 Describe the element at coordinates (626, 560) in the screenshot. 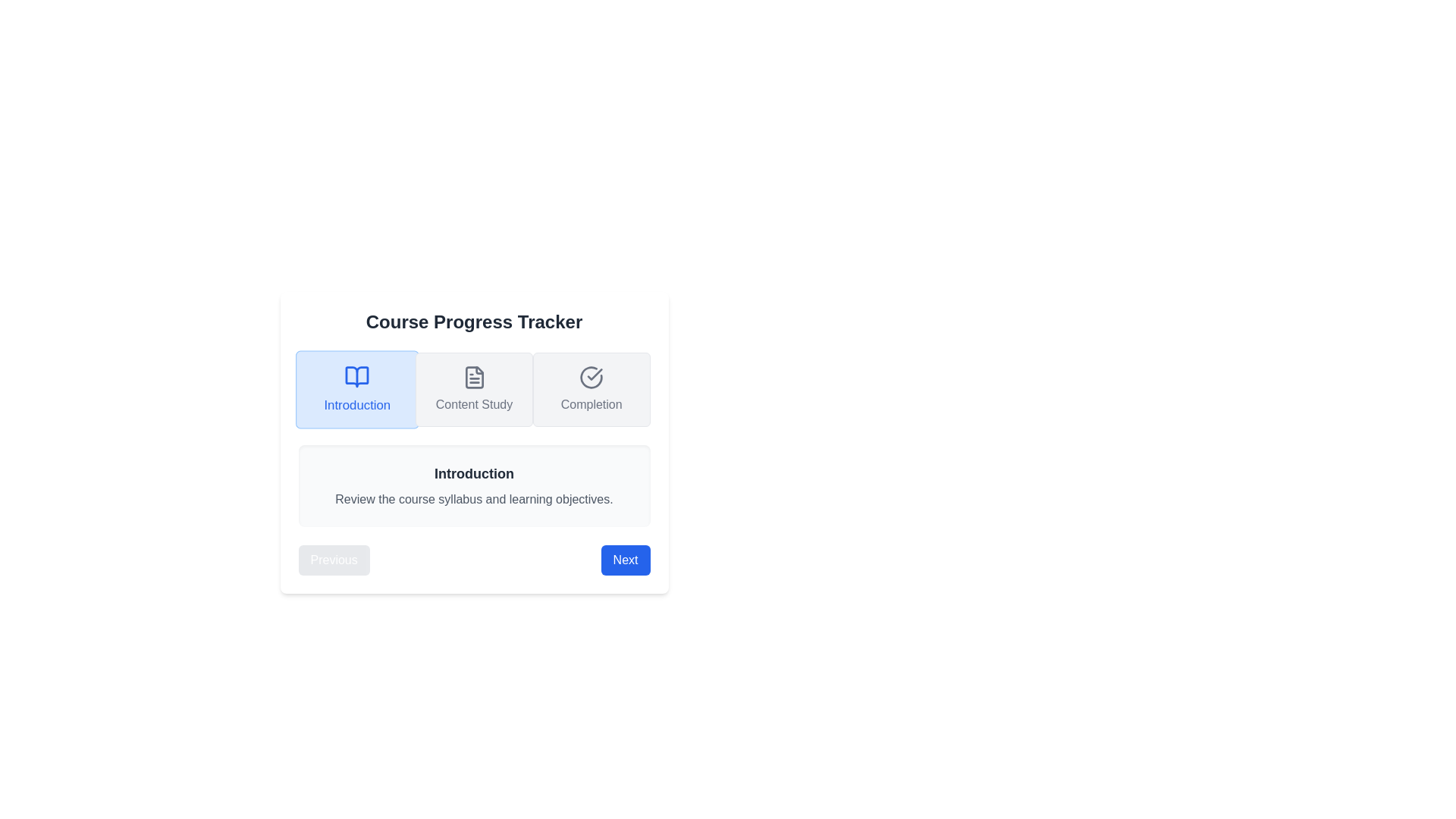

I see `the 'Next' button, which is a rectangular button with a blue background and white text` at that location.